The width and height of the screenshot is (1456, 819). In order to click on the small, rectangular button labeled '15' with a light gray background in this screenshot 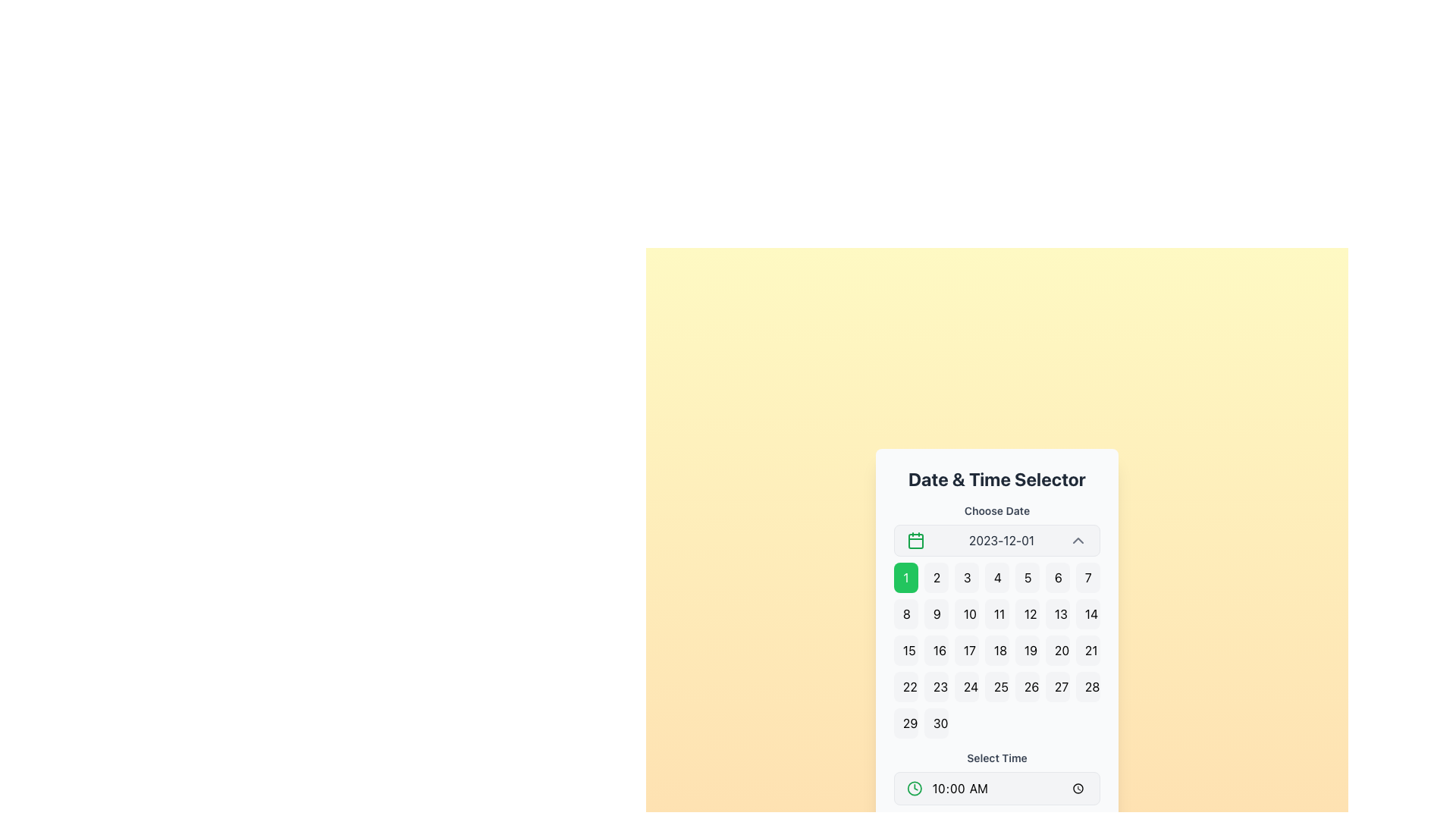, I will do `click(906, 649)`.